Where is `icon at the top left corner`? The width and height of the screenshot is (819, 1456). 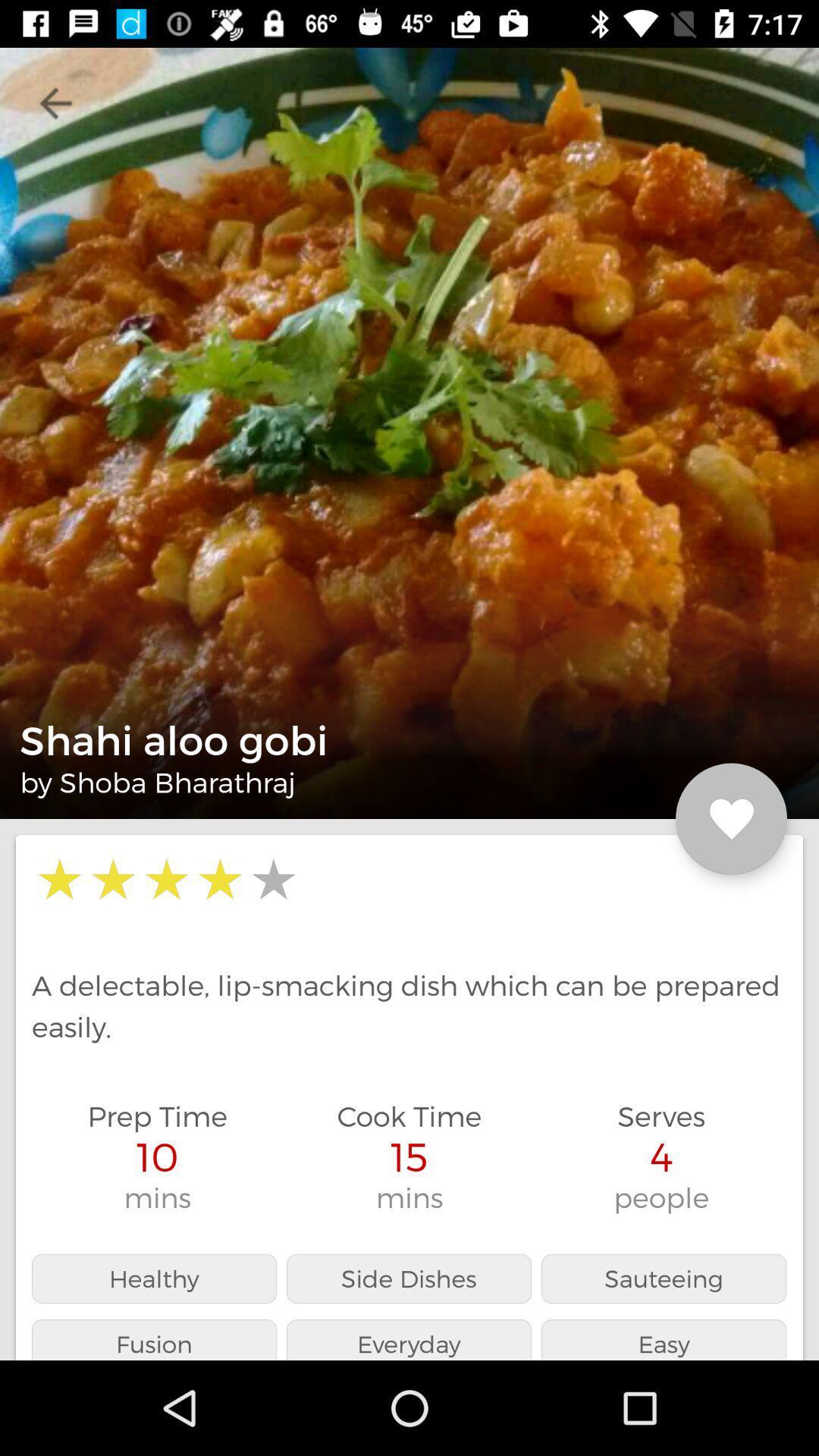
icon at the top left corner is located at coordinates (55, 102).